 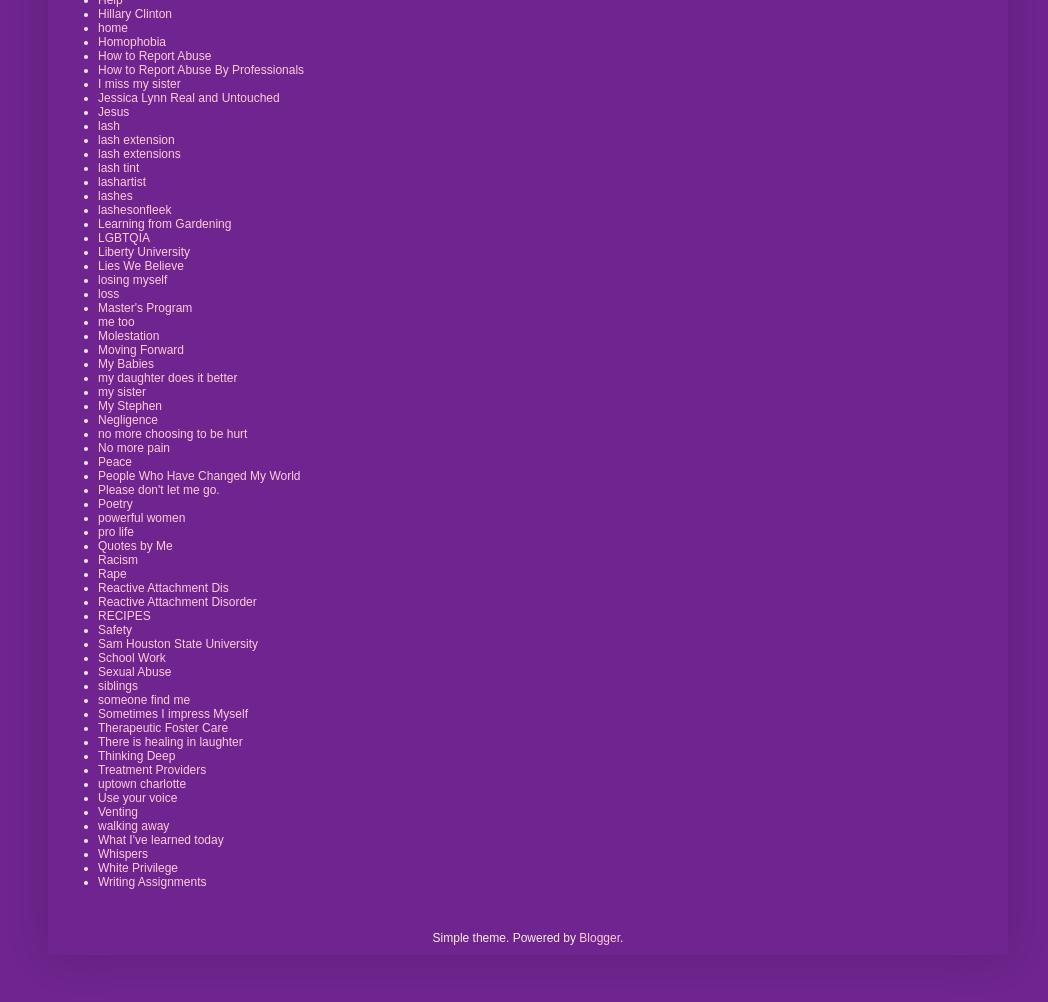 I want to click on 'Jessica Lynn Real and Untouched', so click(x=187, y=95).